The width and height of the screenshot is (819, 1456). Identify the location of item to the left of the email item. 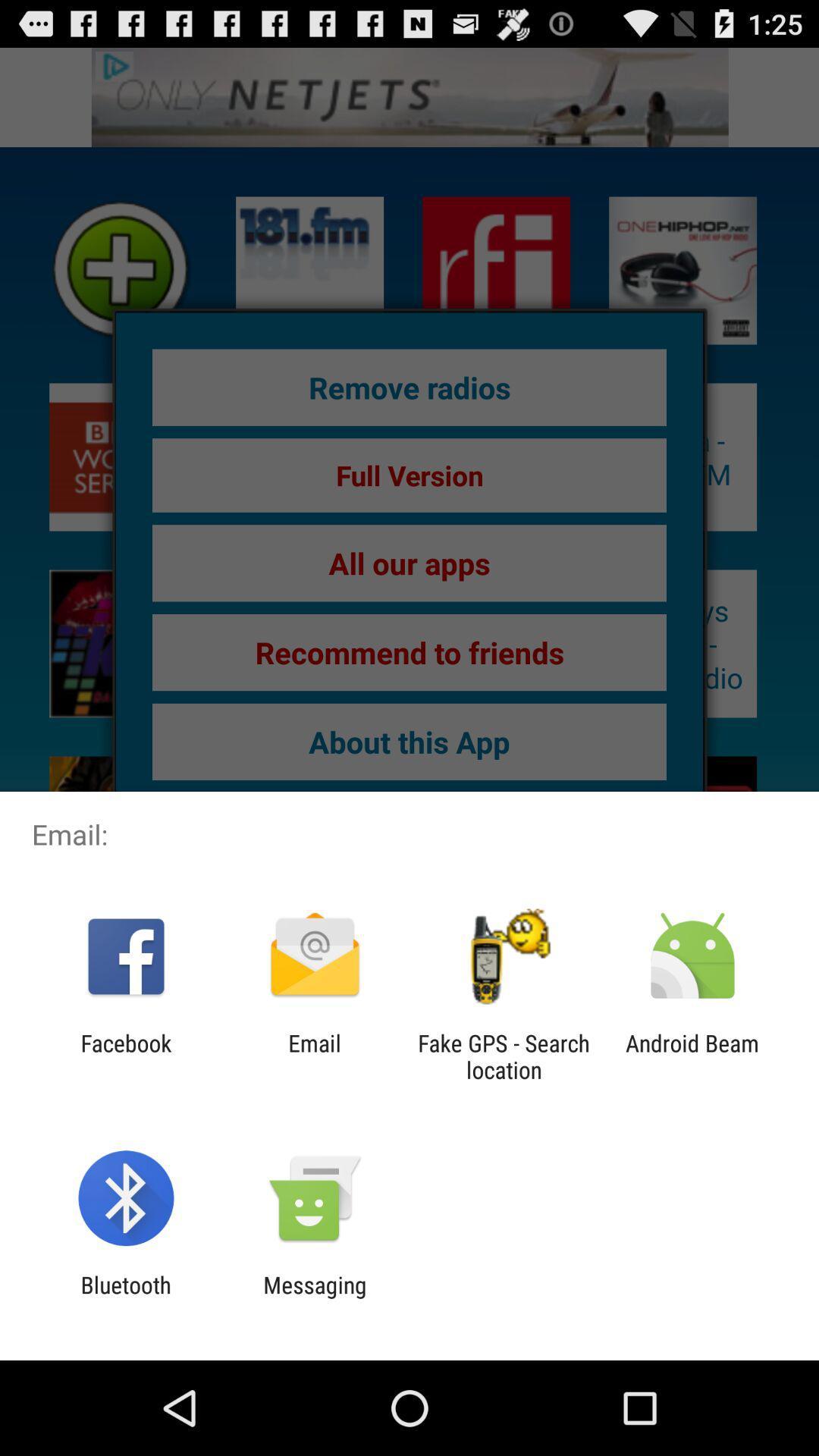
(125, 1056).